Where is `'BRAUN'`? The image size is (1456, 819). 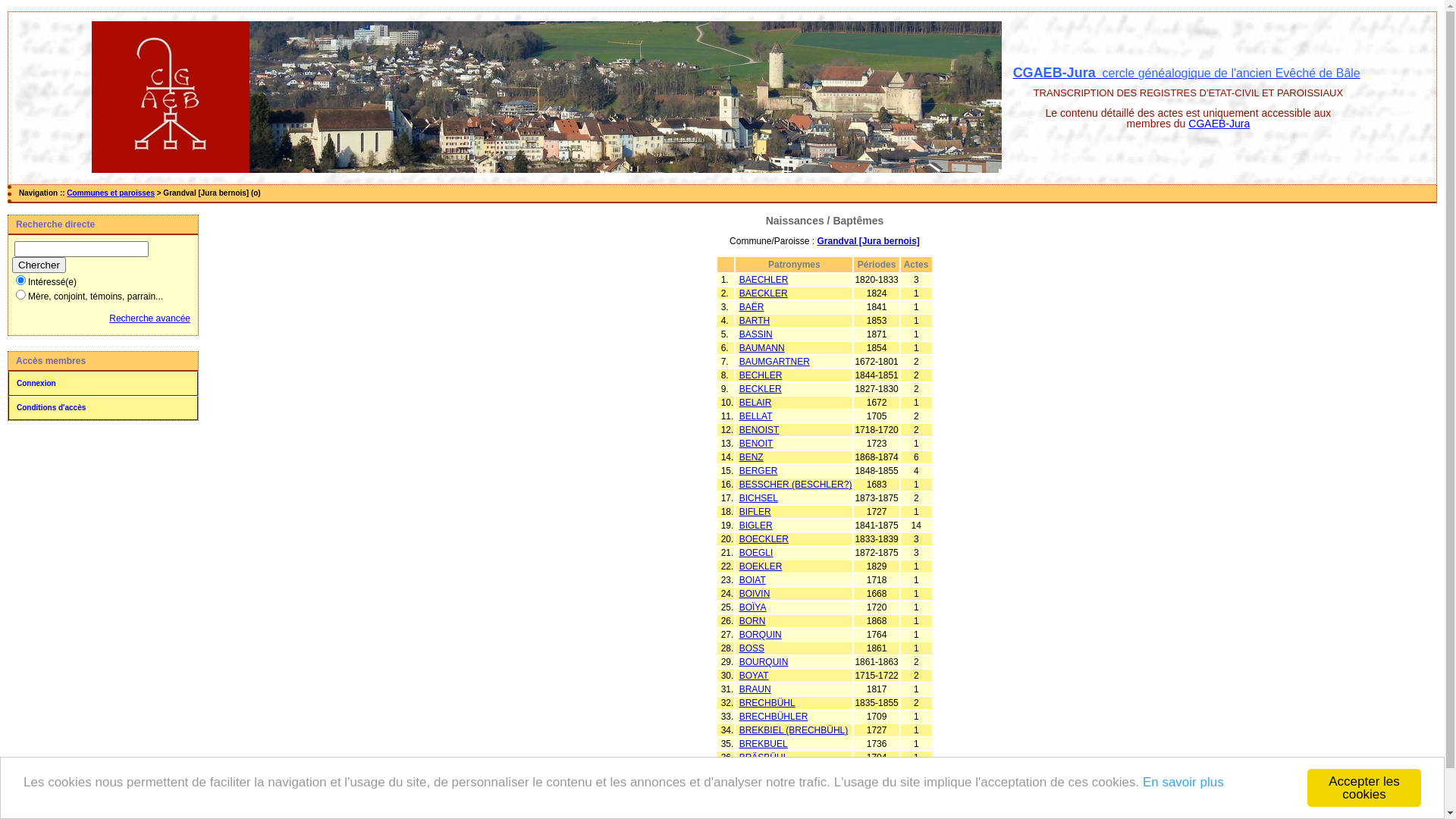
'BRAUN' is located at coordinates (739, 689).